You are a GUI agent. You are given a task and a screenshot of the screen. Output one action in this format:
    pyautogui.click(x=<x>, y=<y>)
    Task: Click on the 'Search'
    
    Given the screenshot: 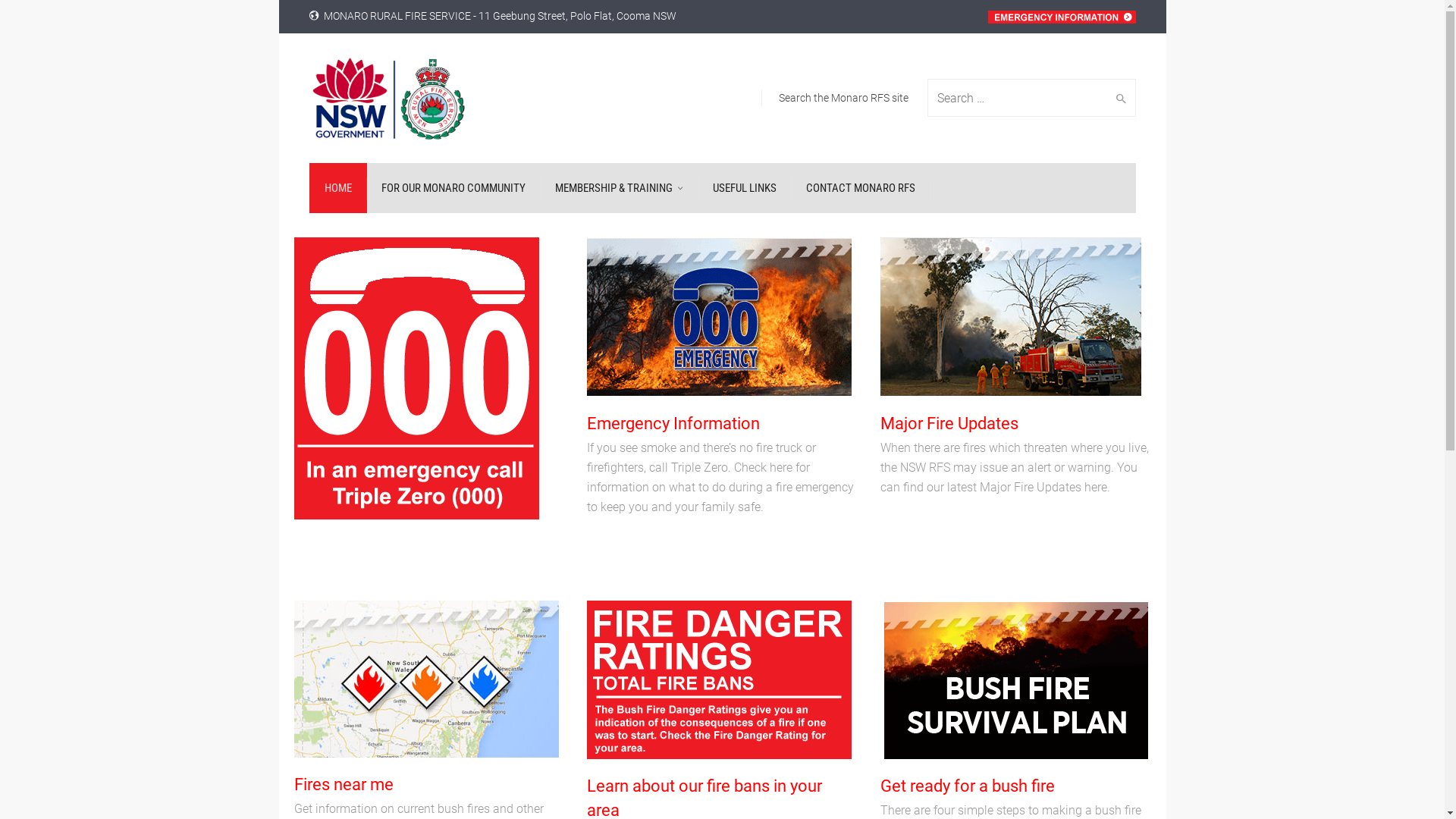 What is the action you would take?
    pyautogui.click(x=1117, y=97)
    